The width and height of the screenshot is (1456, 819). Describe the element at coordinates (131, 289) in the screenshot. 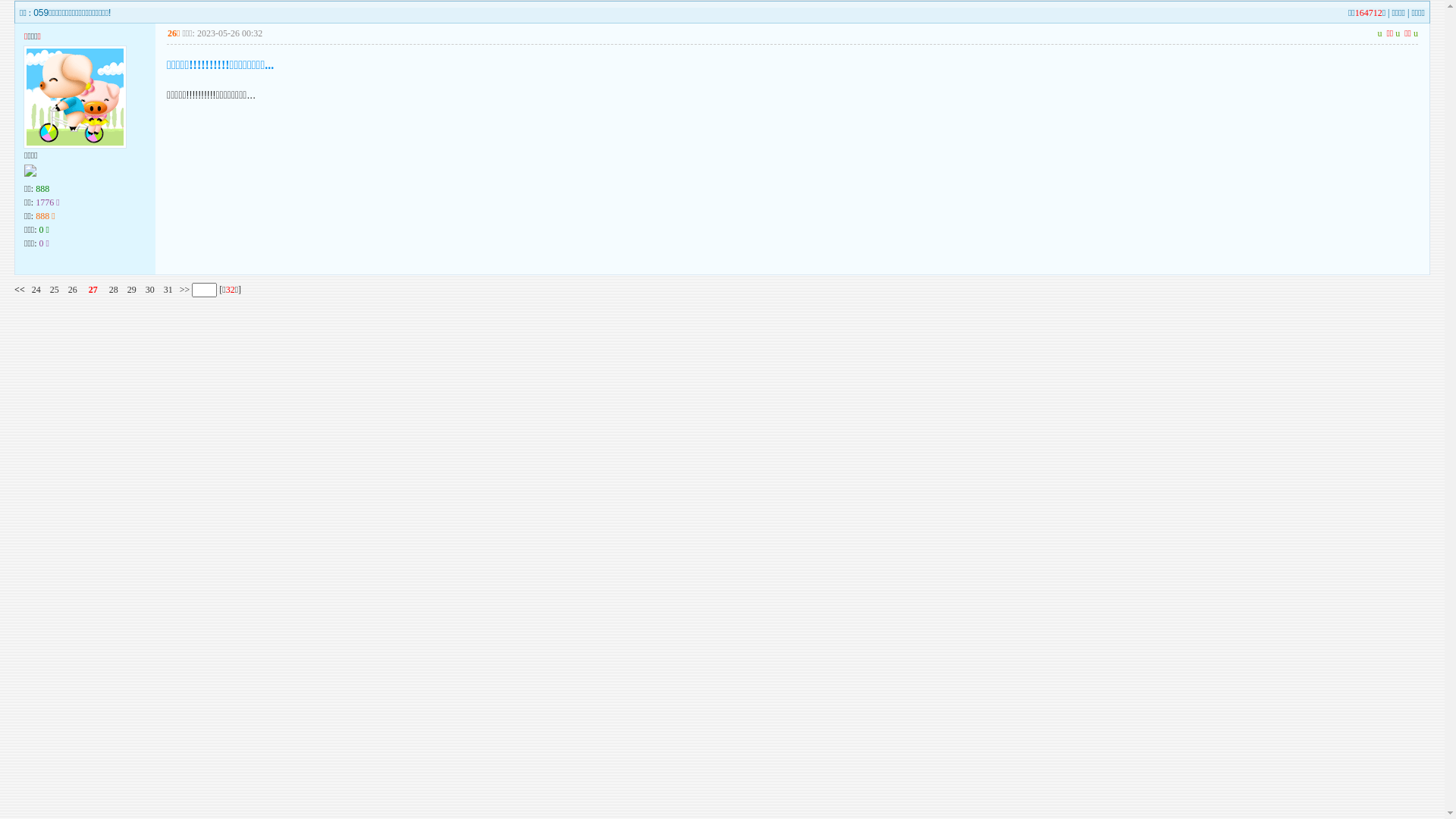

I see `'29'` at that location.